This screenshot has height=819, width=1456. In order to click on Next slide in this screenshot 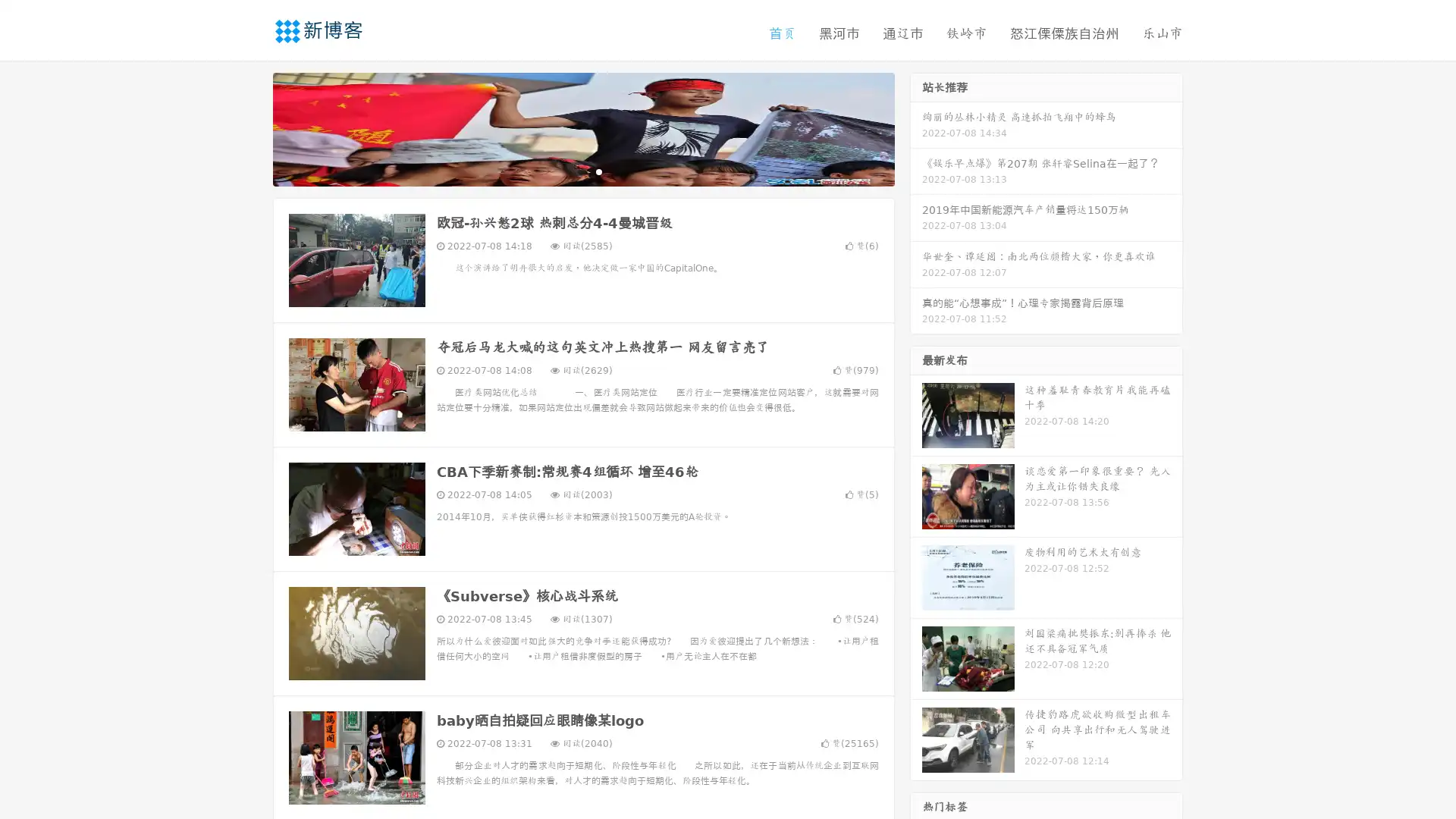, I will do `click(916, 127)`.